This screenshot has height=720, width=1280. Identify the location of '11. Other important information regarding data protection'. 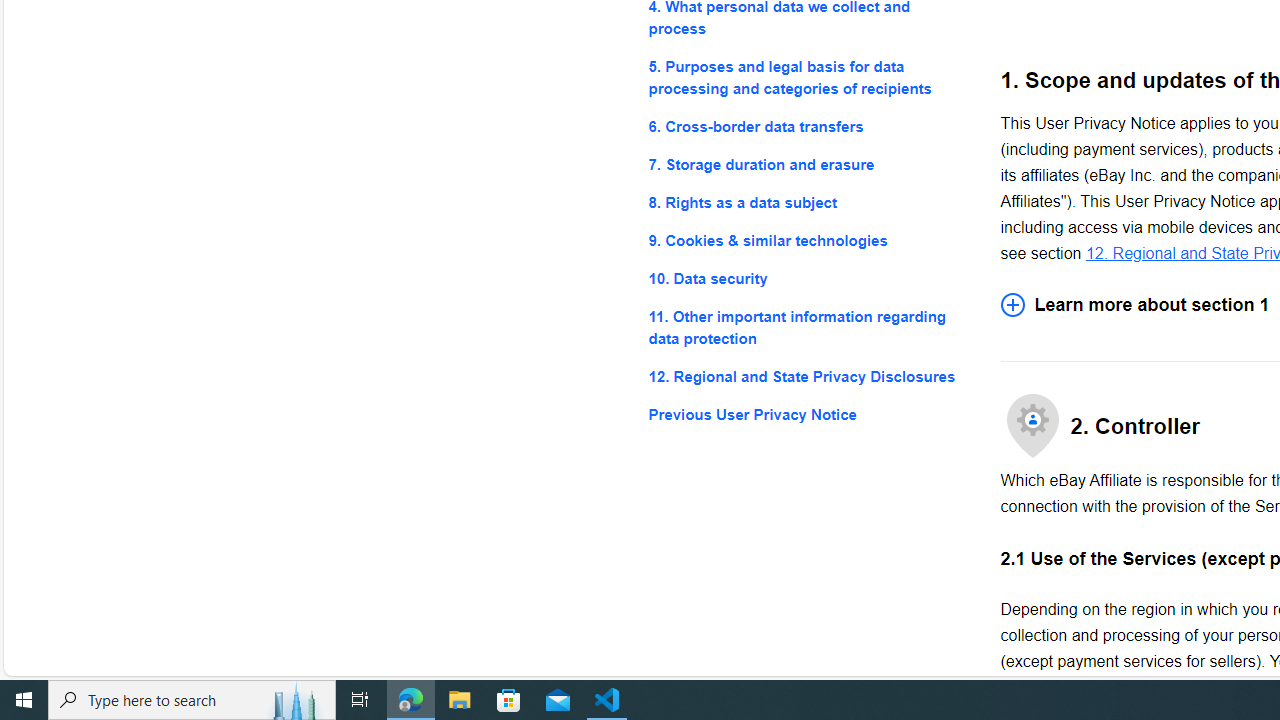
(808, 327).